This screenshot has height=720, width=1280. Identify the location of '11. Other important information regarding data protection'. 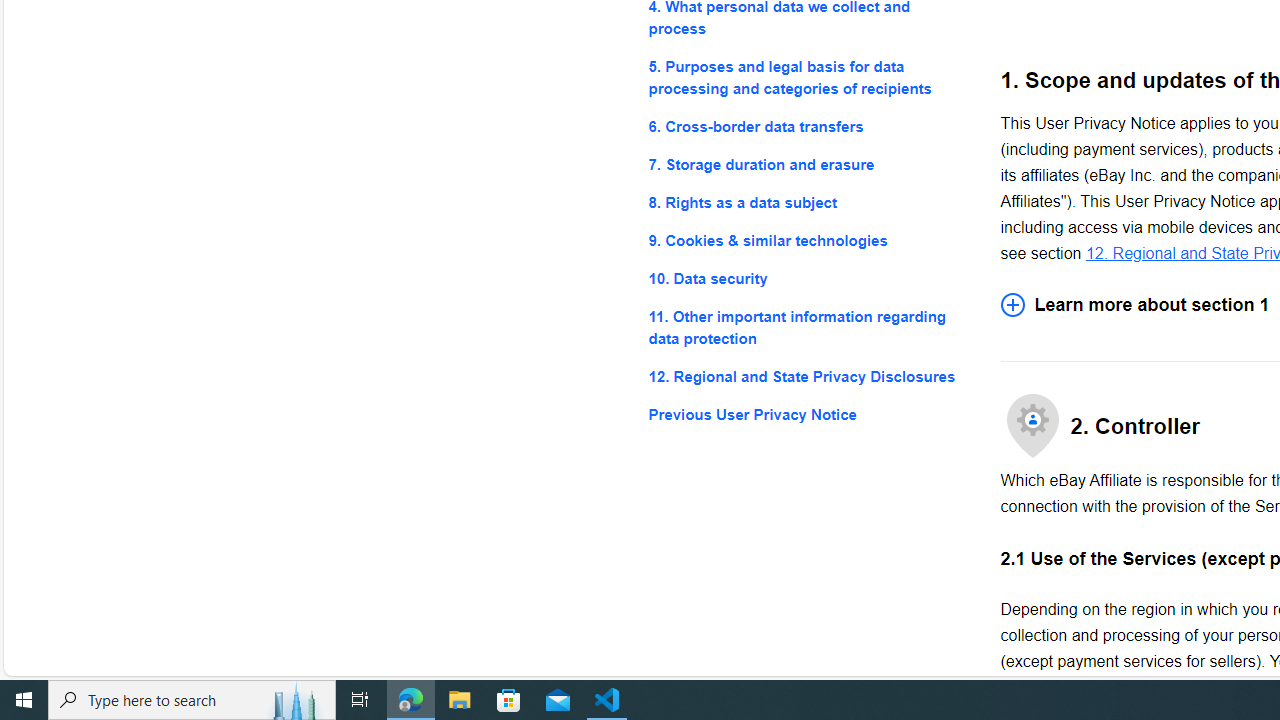
(808, 327).